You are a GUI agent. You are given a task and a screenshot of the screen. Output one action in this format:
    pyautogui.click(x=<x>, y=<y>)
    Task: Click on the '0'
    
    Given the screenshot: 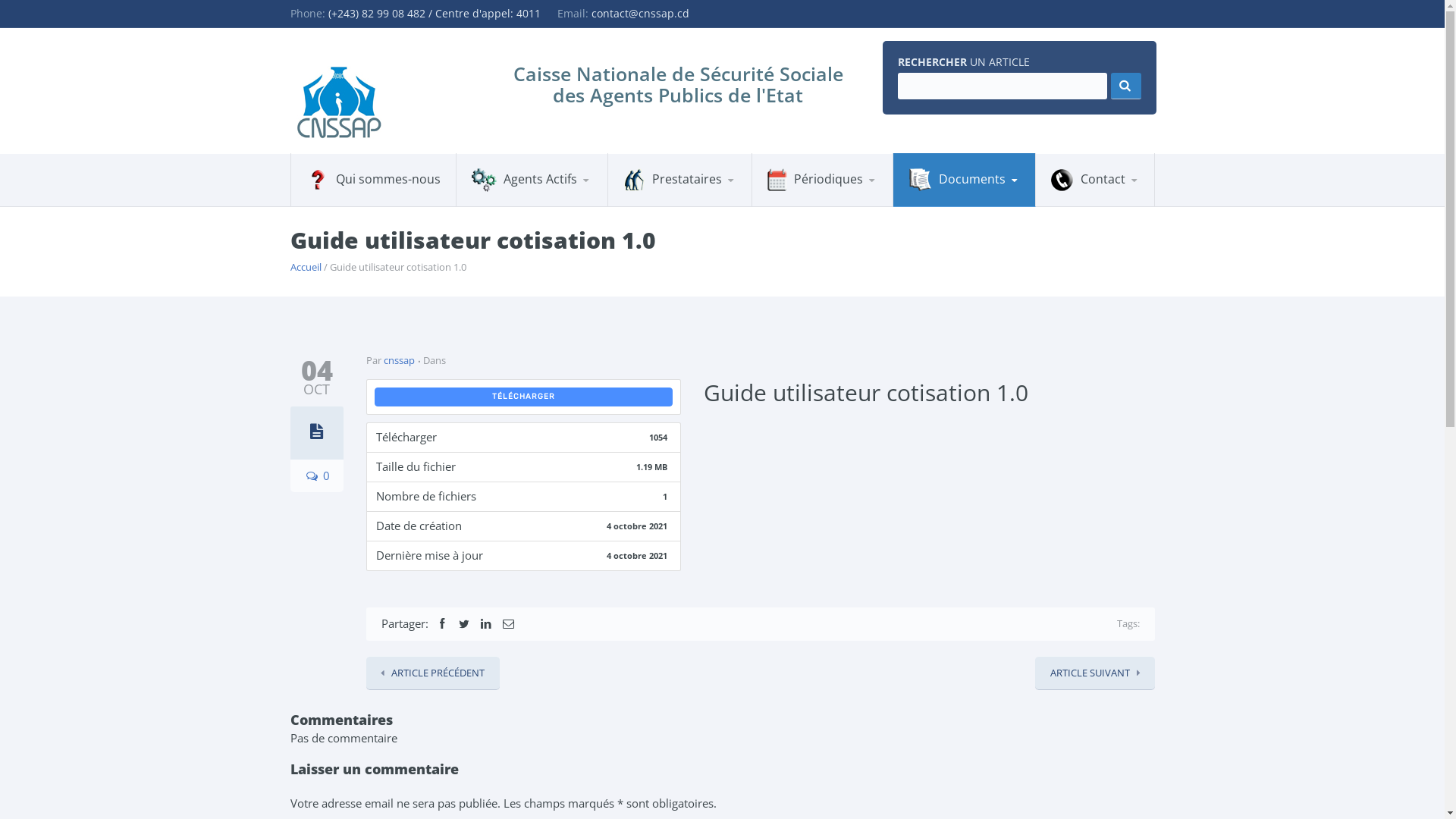 What is the action you would take?
    pyautogui.click(x=315, y=475)
    